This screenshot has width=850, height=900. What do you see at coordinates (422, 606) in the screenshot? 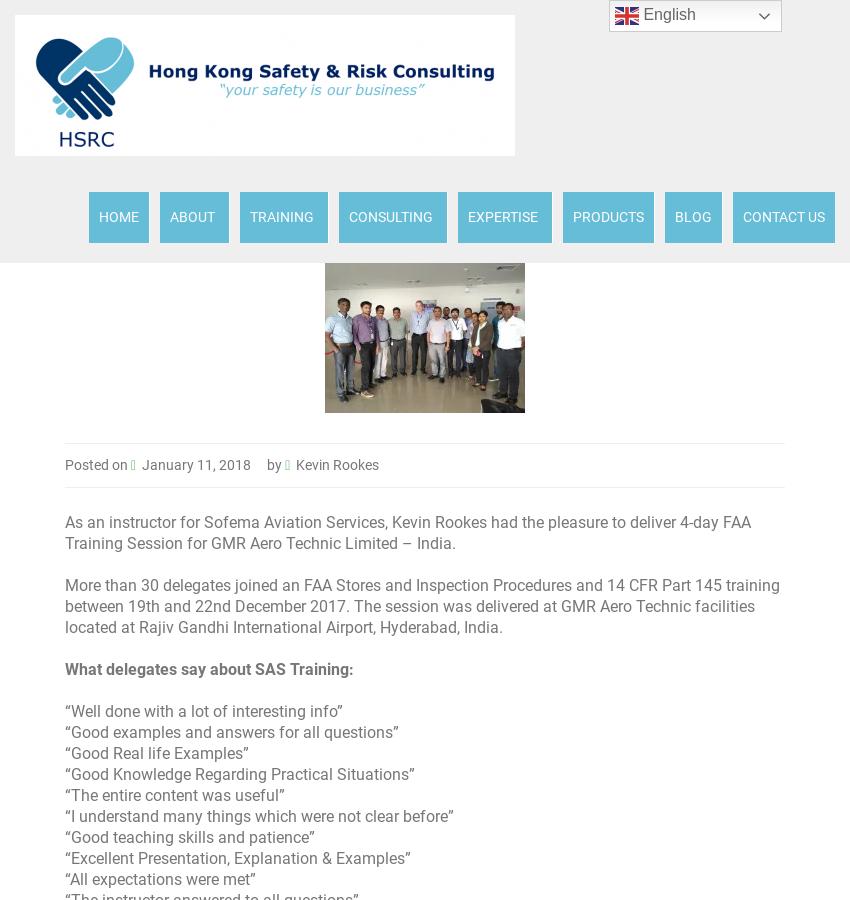
I see `'More than 30 delegates joined an FAA Stores and Inspection Procedures and 14 CFR Part 145 training between 19th and 22nd December 2017. The session was delivered at GMR Aero Technic facilities located at Rajiv Gandhi International Airport, Hyderabad, India.'` at bounding box center [422, 606].